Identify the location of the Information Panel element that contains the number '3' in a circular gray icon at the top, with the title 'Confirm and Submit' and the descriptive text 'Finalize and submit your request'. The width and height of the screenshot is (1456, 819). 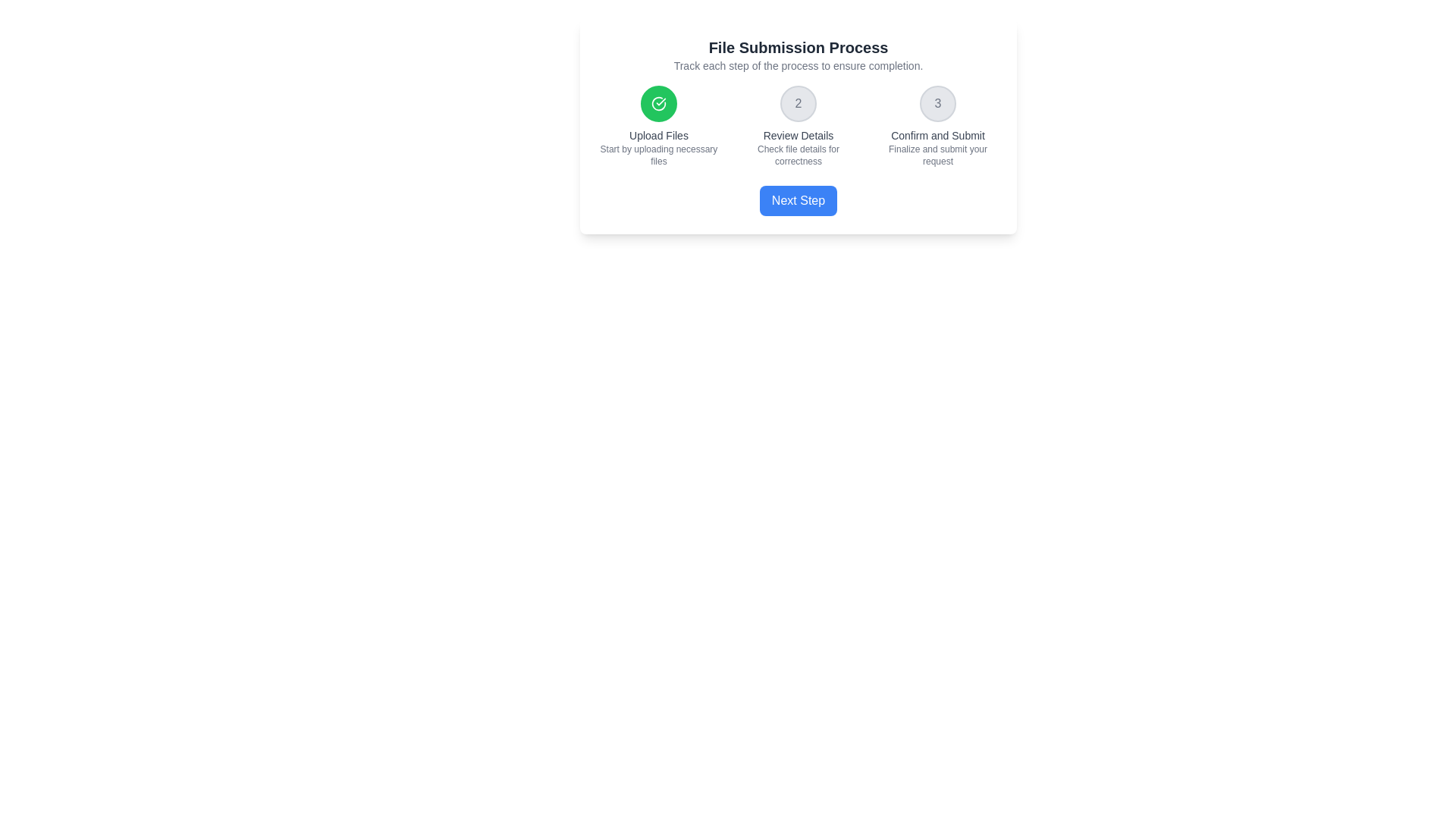
(937, 125).